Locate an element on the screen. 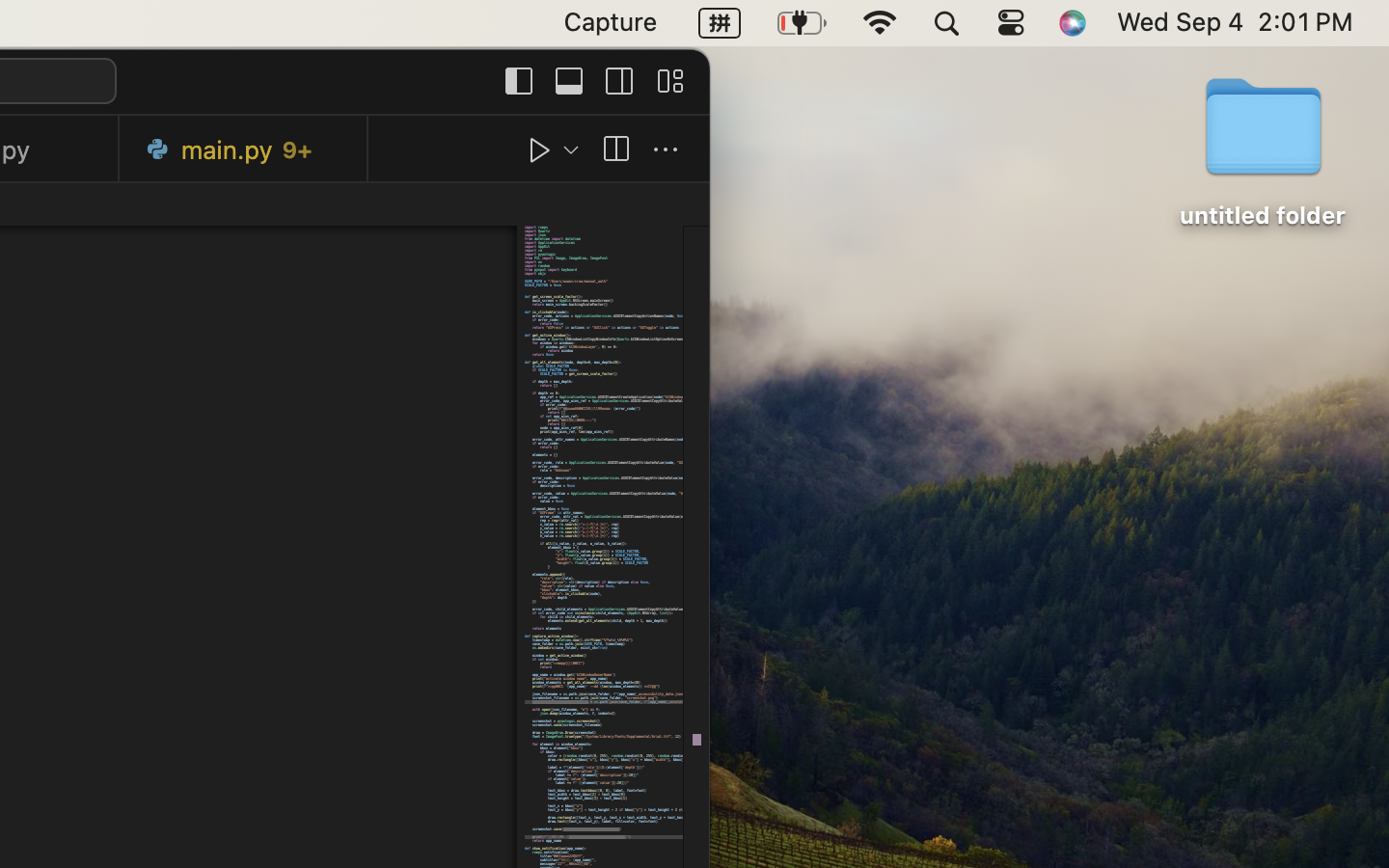 This screenshot has height=868, width=1389. '' is located at coordinates (517, 79).